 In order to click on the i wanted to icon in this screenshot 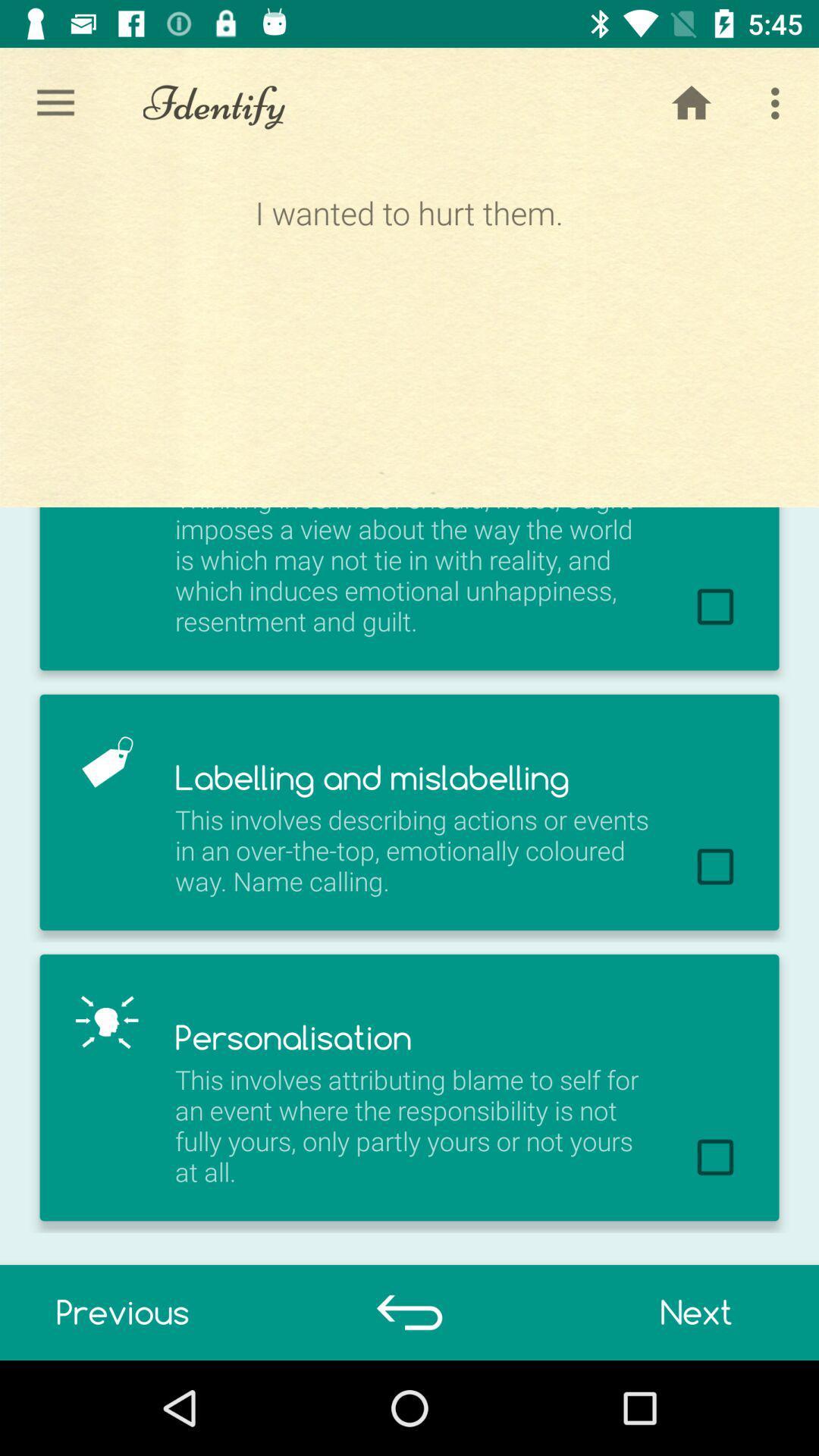, I will do `click(408, 332)`.